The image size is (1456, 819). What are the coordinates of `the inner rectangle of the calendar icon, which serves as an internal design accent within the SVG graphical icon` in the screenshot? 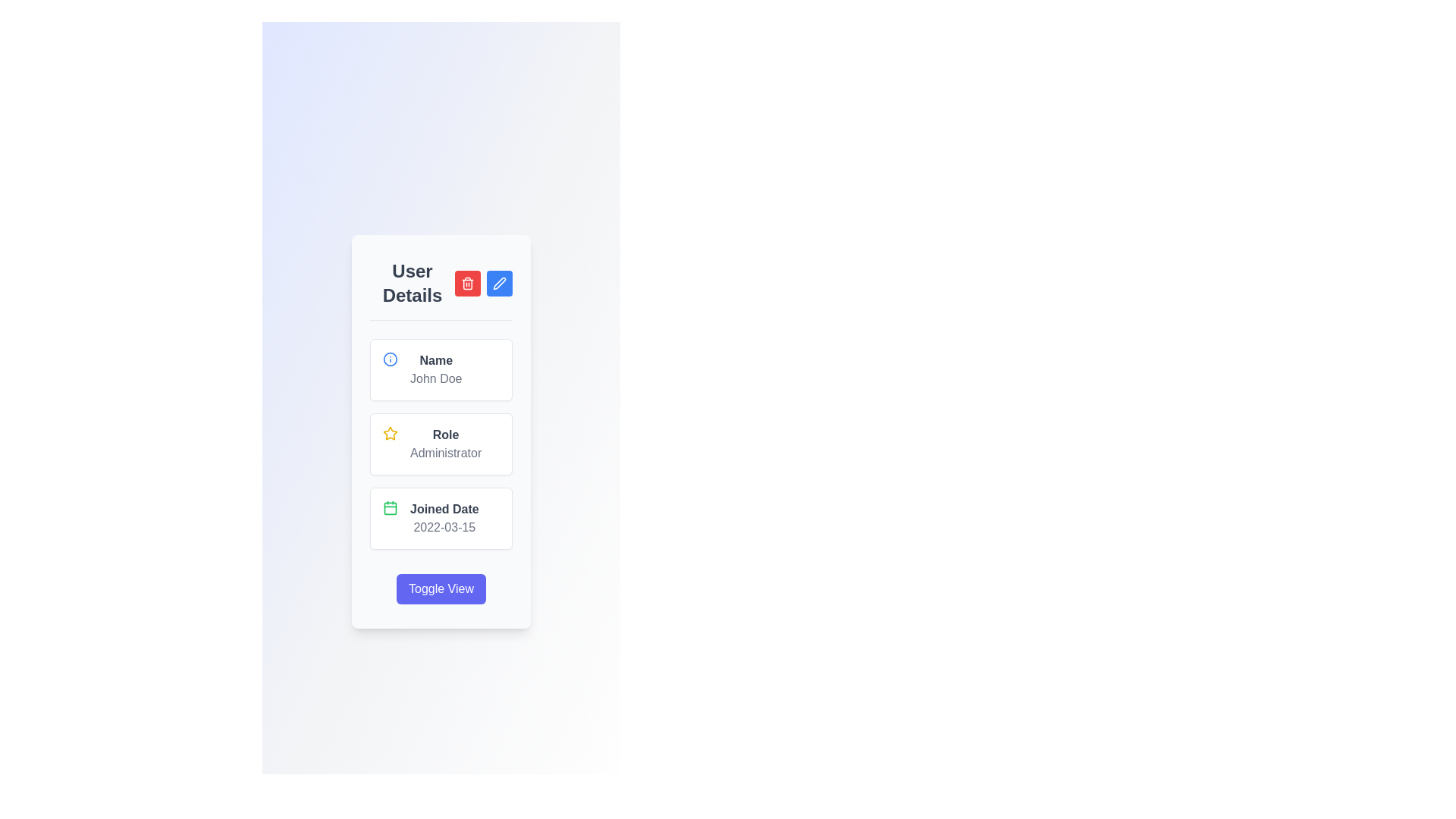 It's located at (390, 508).